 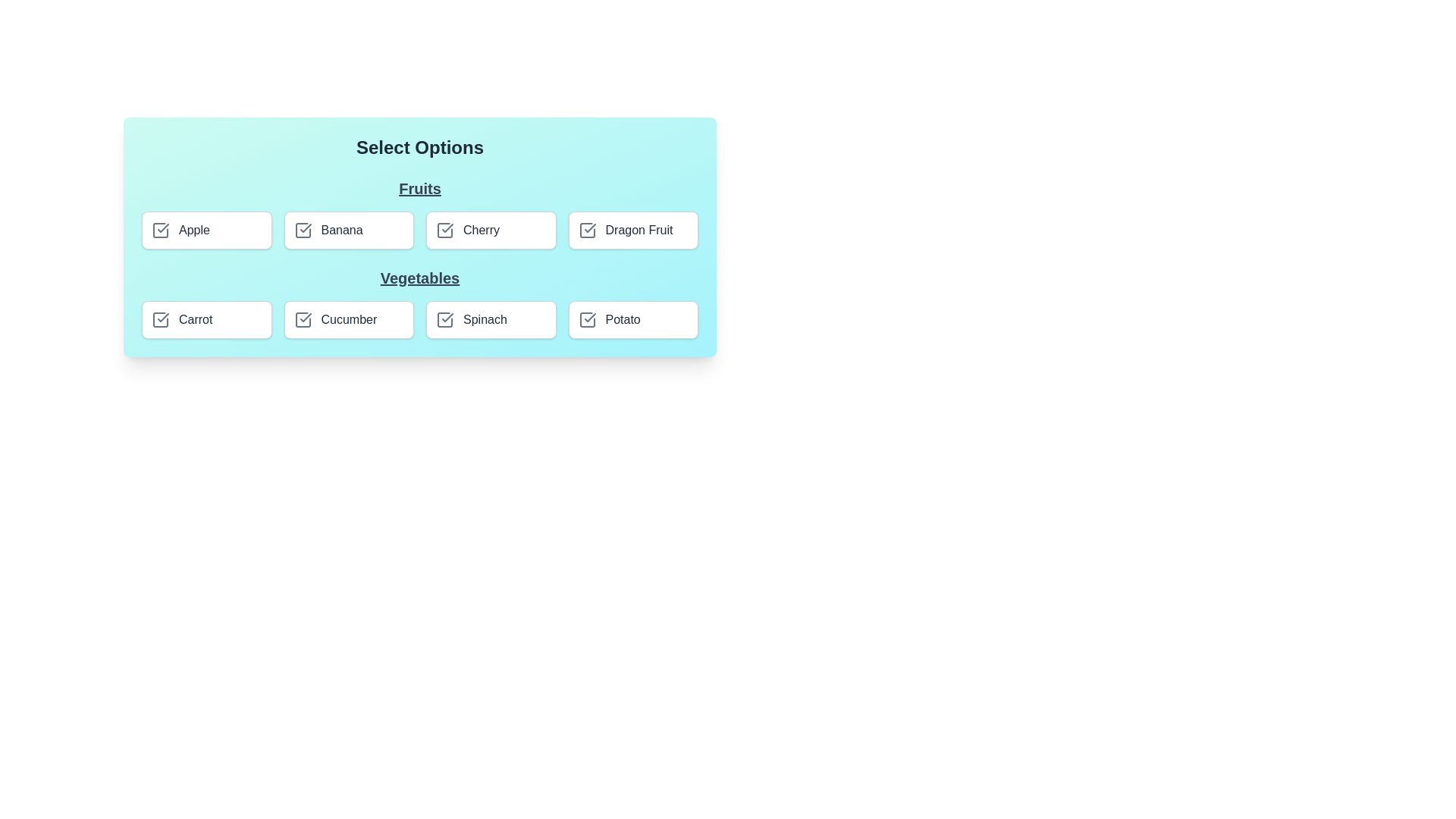 What do you see at coordinates (491, 318) in the screenshot?
I see `the checkbox in the Spinach Card component` at bounding box center [491, 318].